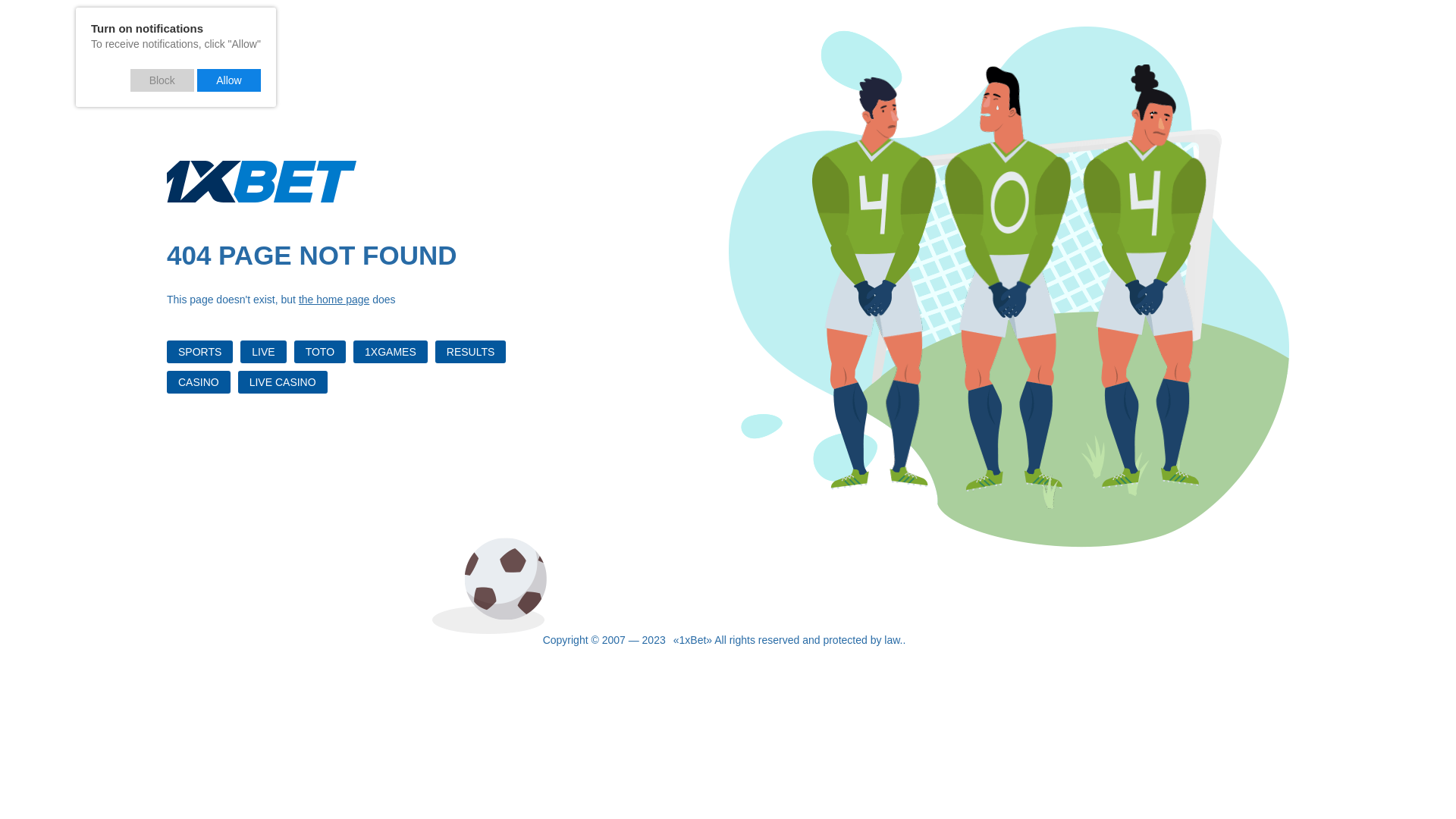  Describe the element at coordinates (390, 351) in the screenshot. I see `'1XGAMES'` at that location.